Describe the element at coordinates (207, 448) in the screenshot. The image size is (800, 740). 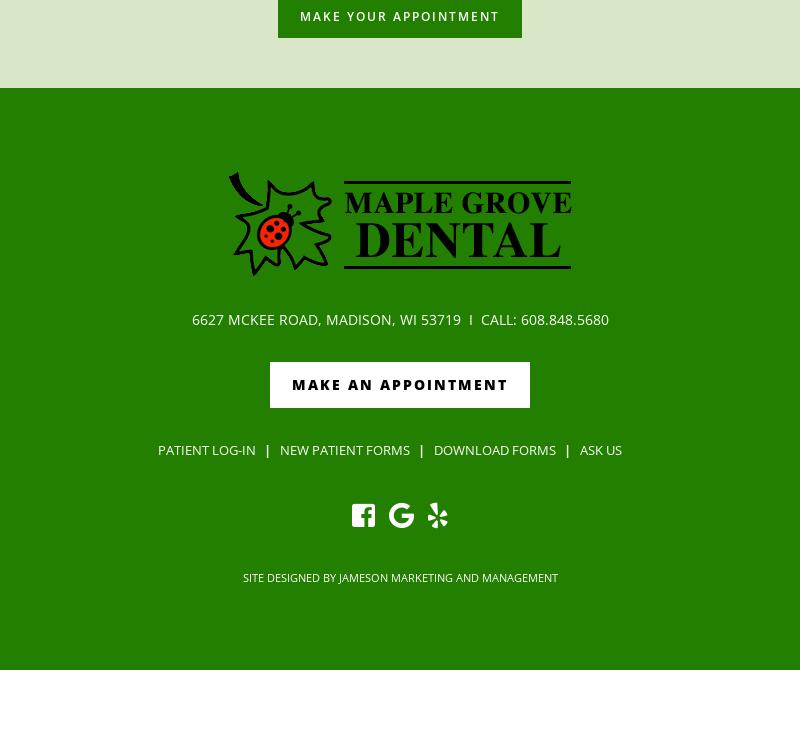
I see `'Patient Log-in'` at that location.